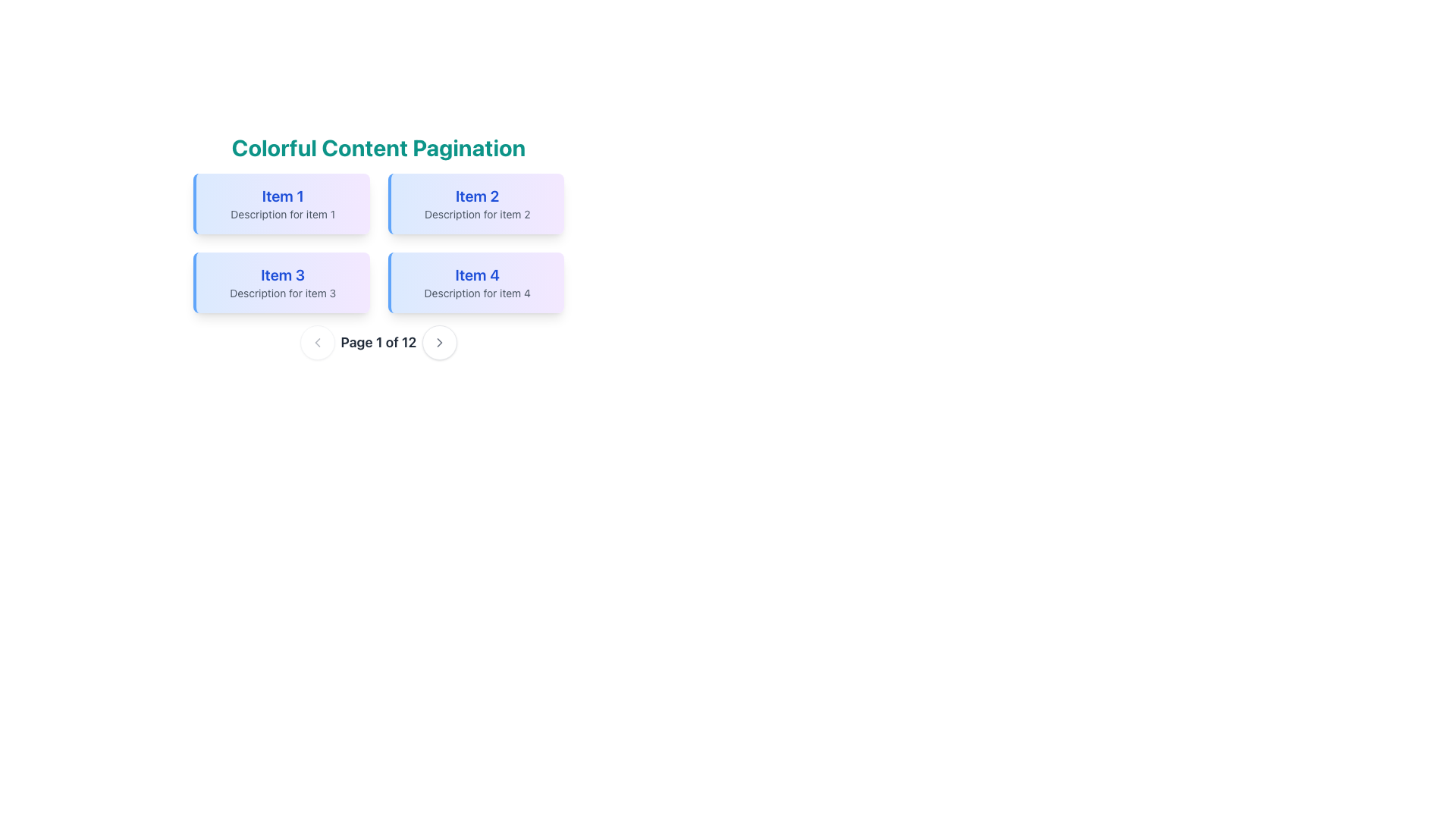 This screenshot has width=1456, height=819. I want to click on the Text Label displaying 'Description for item 1', which is positioned below 'Item 1' in the top-left box of the interface, so click(283, 214).